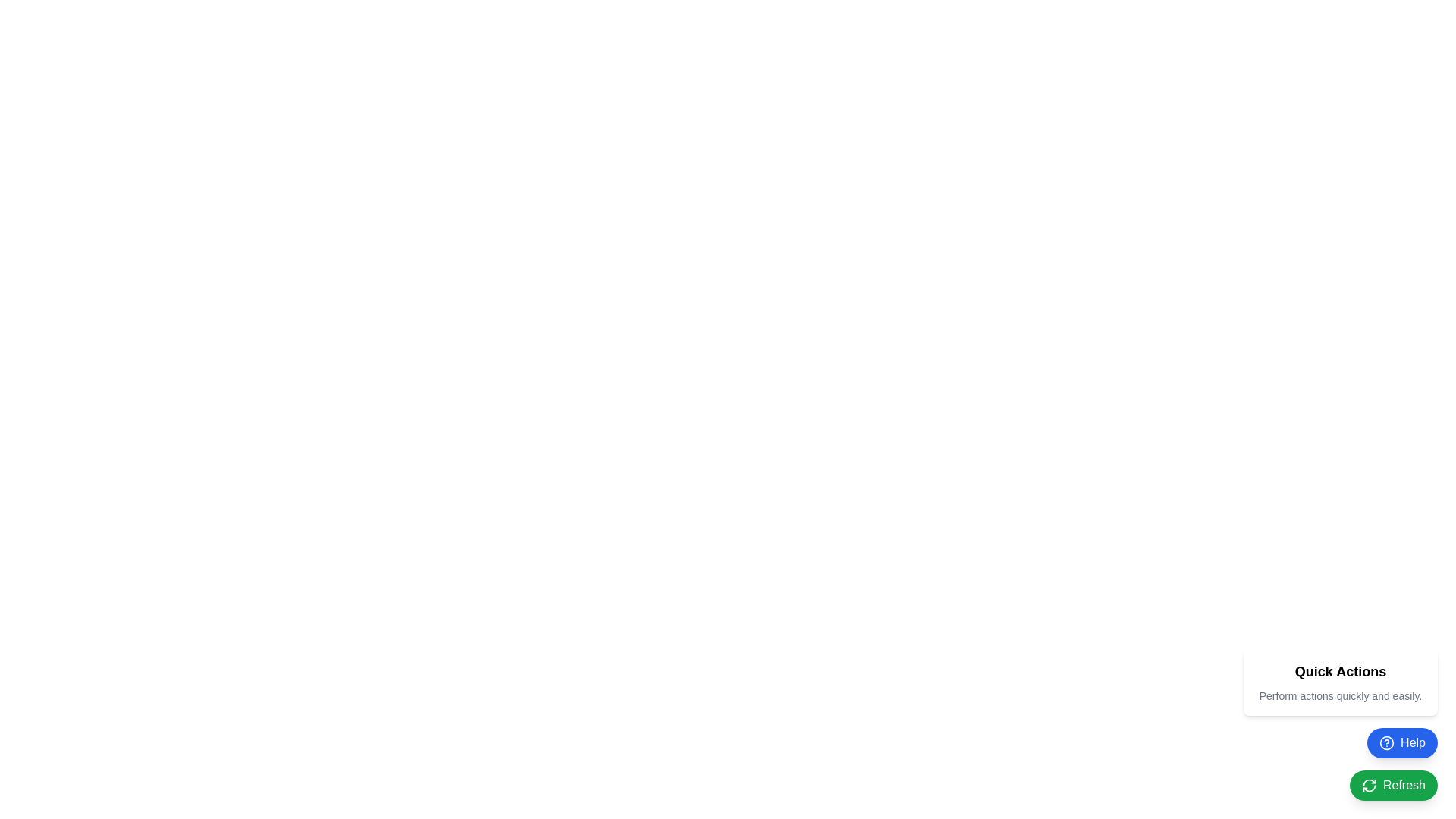 The image size is (1456, 819). Describe the element at coordinates (1387, 742) in the screenshot. I see `the circular SVG graphical element representing a decorative icon located adjacent to the 'Help' button` at that location.